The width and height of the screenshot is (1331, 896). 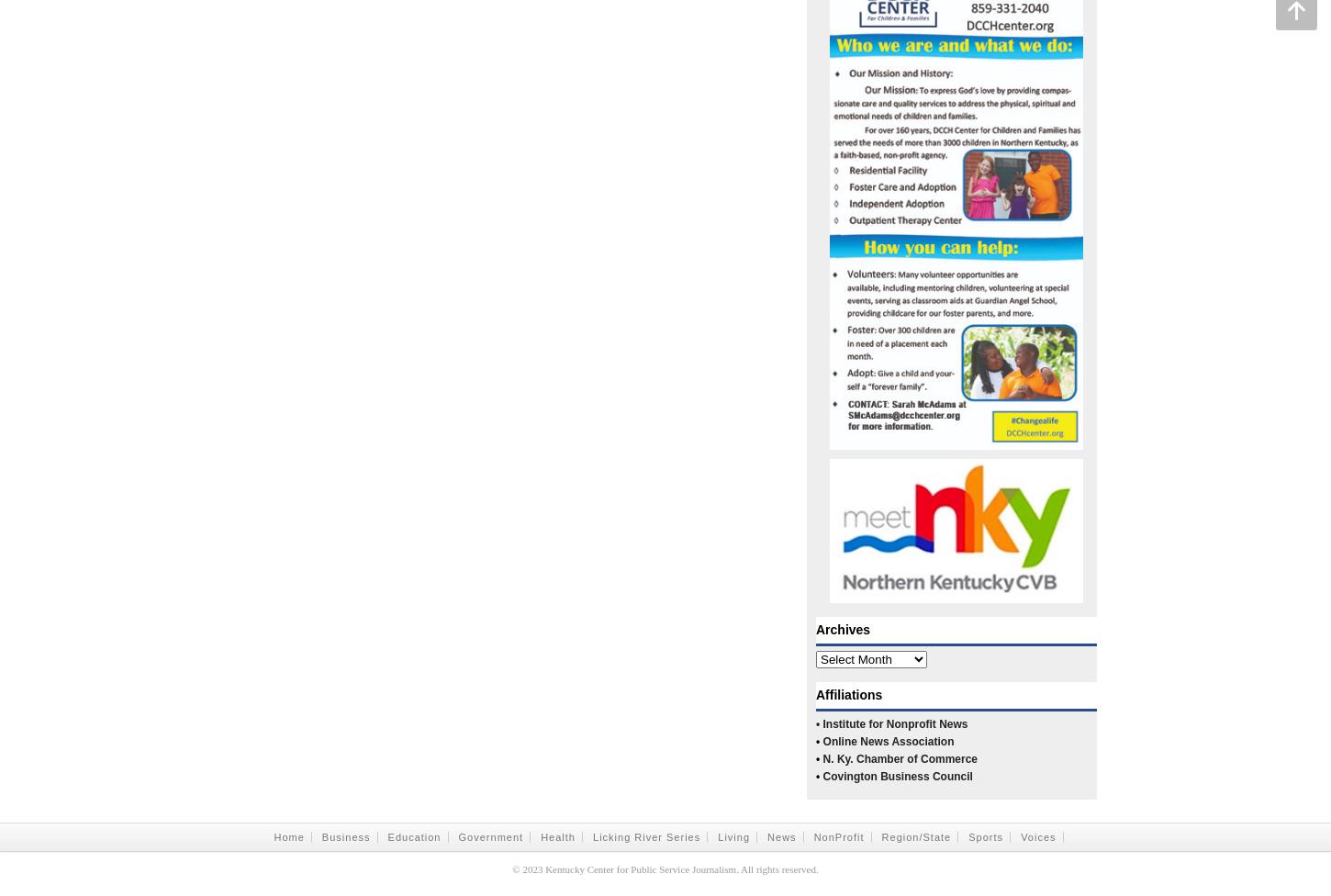 What do you see at coordinates (821, 742) in the screenshot?
I see `'Online News Association'` at bounding box center [821, 742].